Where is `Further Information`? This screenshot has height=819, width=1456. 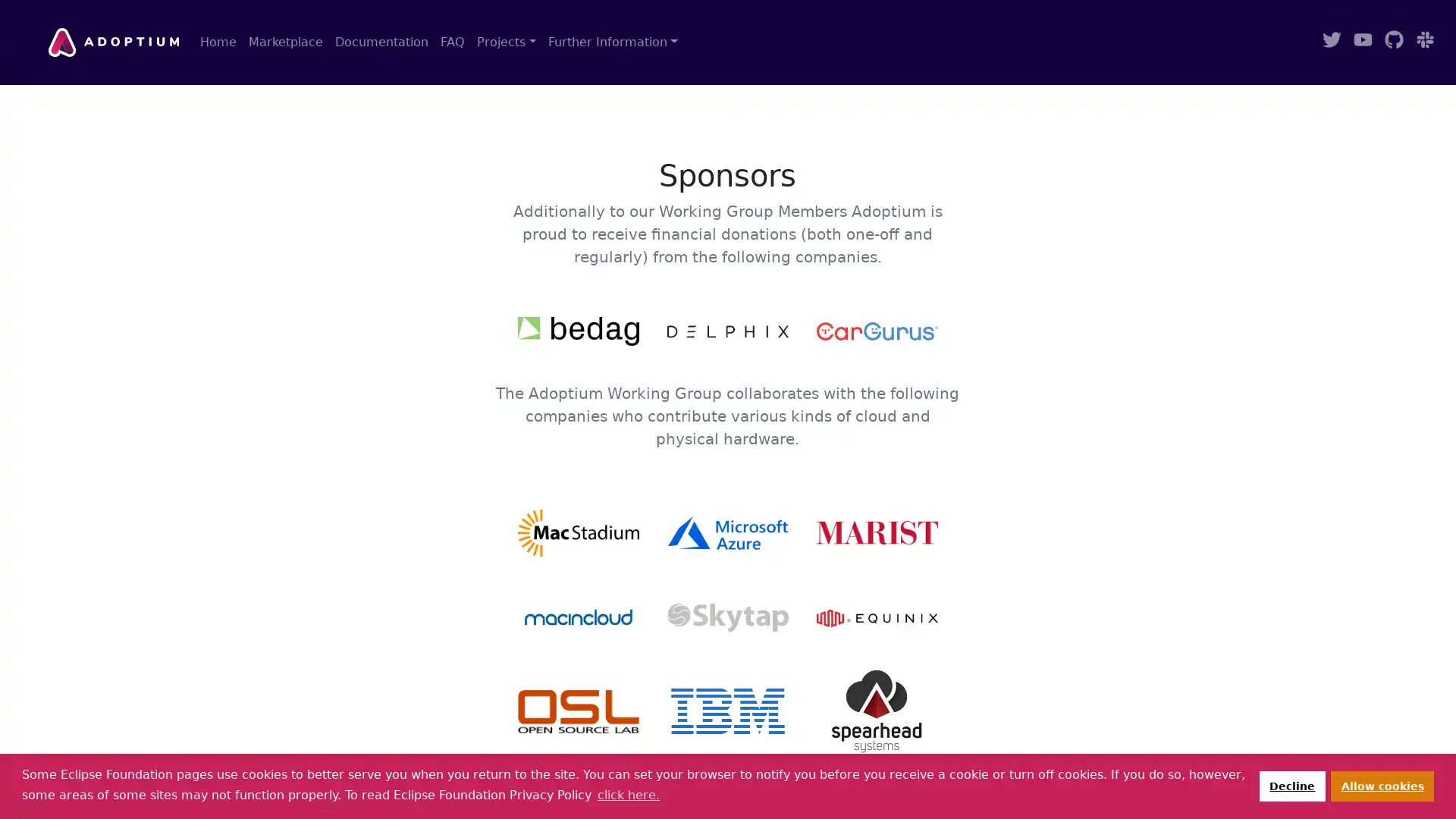 Further Information is located at coordinates (612, 42).